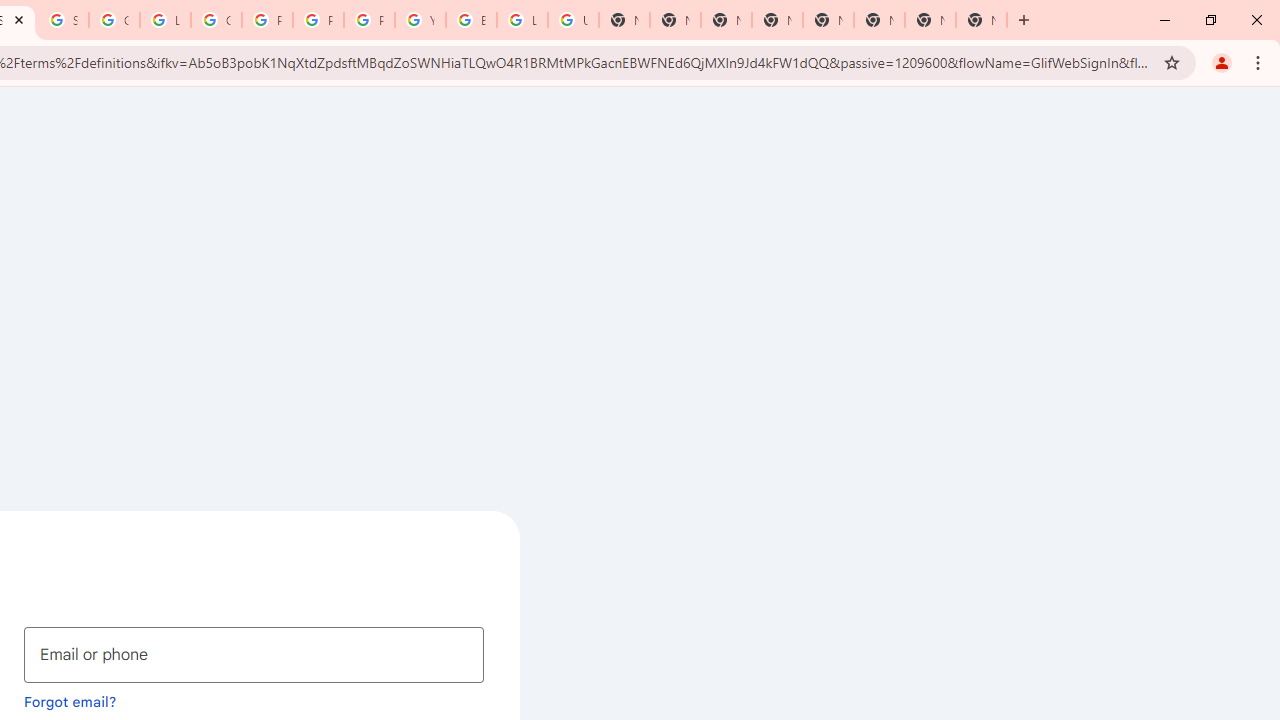 Image resolution: width=1280 pixels, height=720 pixels. I want to click on 'Privacy Help Center - Policies Help', so click(266, 20).